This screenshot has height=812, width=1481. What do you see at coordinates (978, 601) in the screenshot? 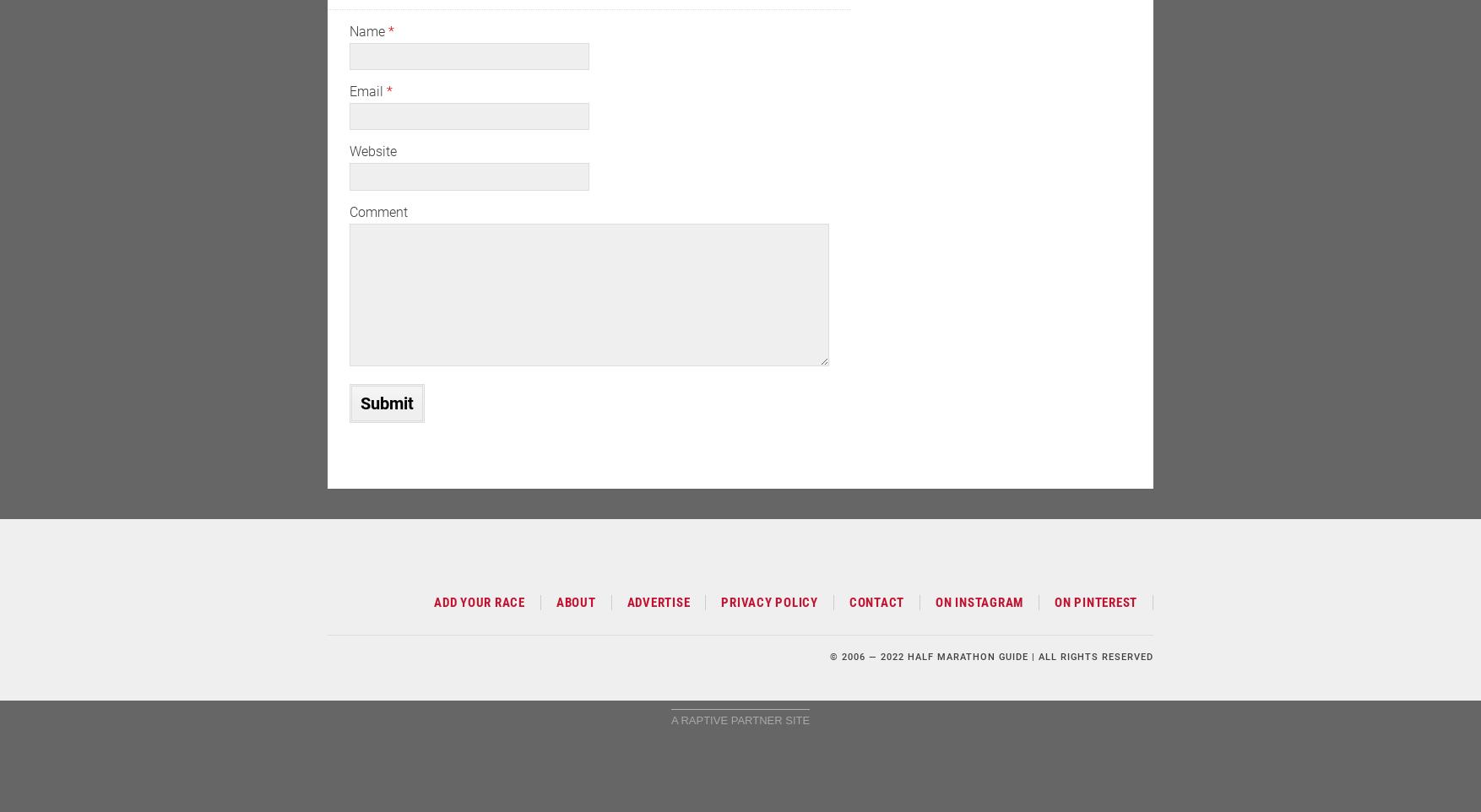
I see `'On Instagram'` at bounding box center [978, 601].